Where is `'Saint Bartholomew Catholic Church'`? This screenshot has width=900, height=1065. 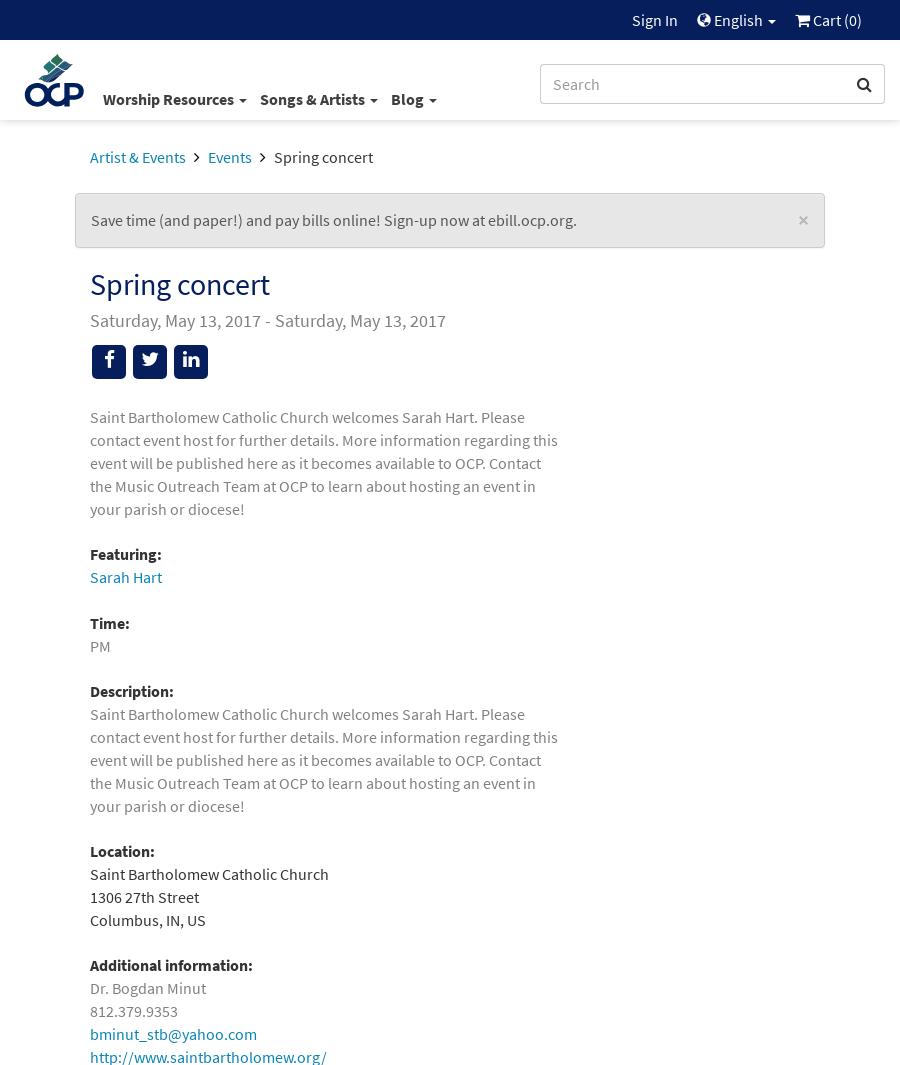 'Saint Bartholomew Catholic Church' is located at coordinates (209, 874).